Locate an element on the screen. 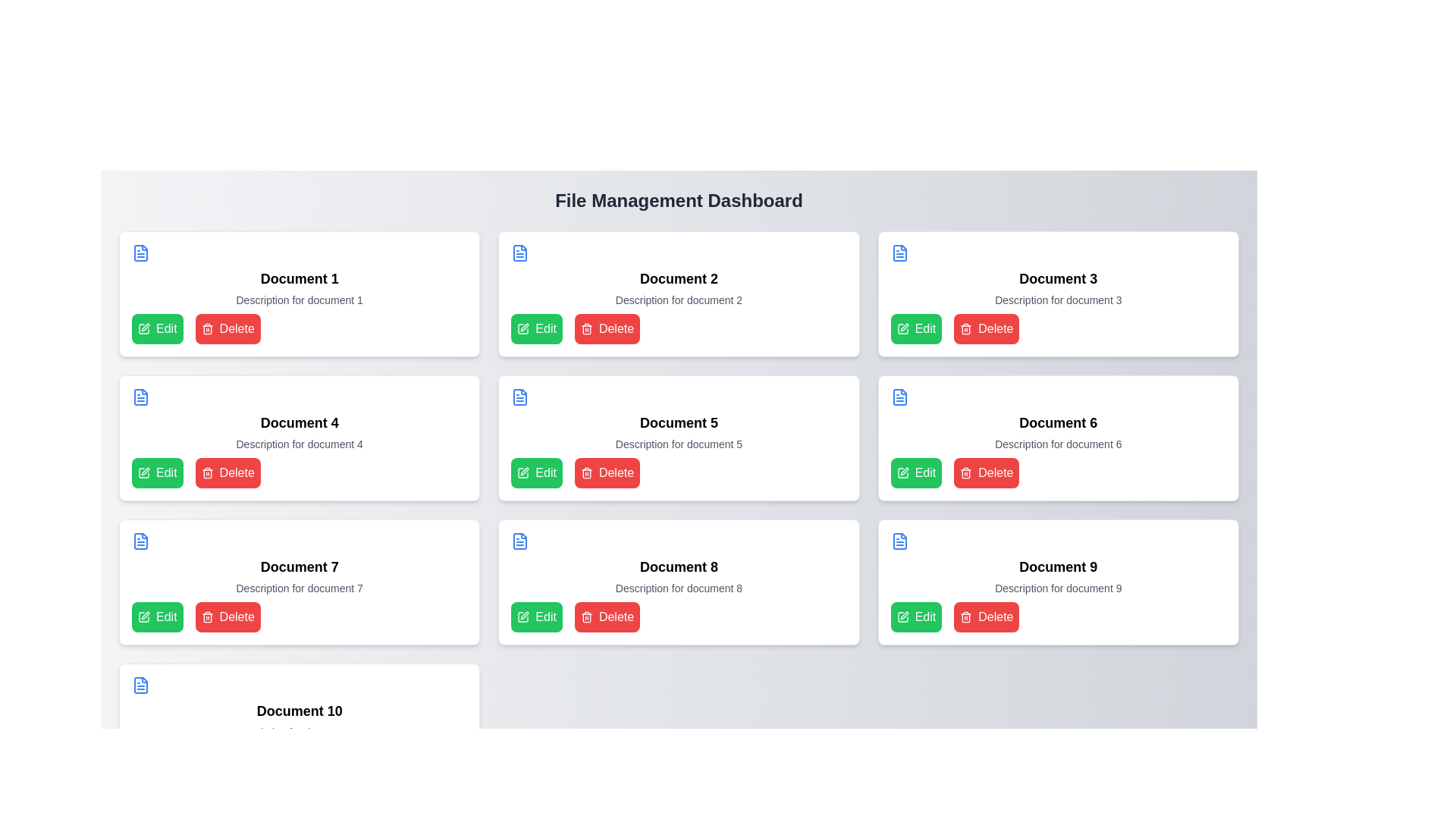 This screenshot has height=819, width=1456. the text label that serves as the title for 'Document 8', located in the lower center card of the grid in the middle row and the right column is located at coordinates (678, 567).